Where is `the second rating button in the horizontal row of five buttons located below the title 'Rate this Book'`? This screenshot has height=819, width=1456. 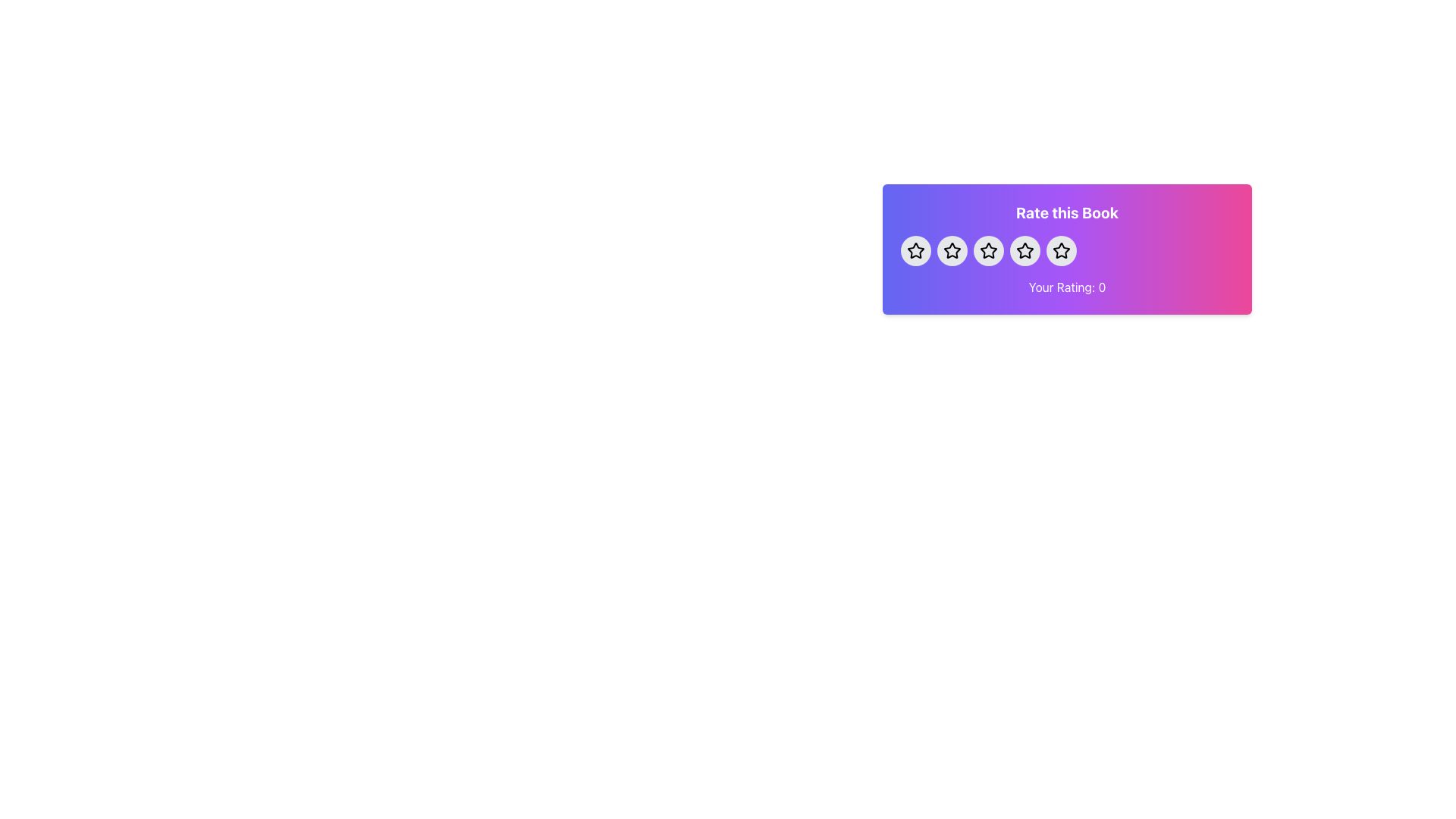 the second rating button in the horizontal row of five buttons located below the title 'Rate this Book' is located at coordinates (952, 250).